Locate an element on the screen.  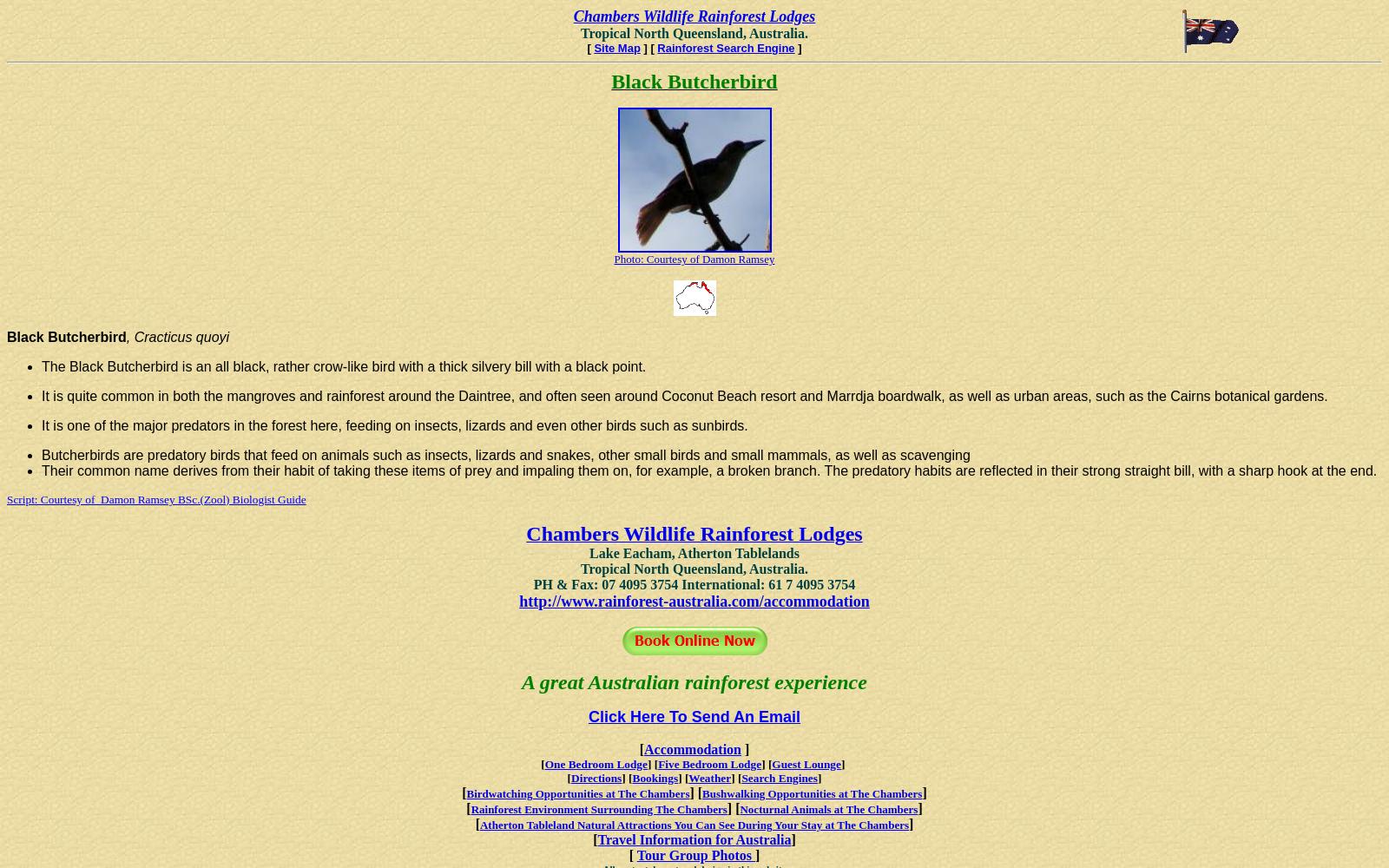
'One Bedroom Lodge' is located at coordinates (544, 764).